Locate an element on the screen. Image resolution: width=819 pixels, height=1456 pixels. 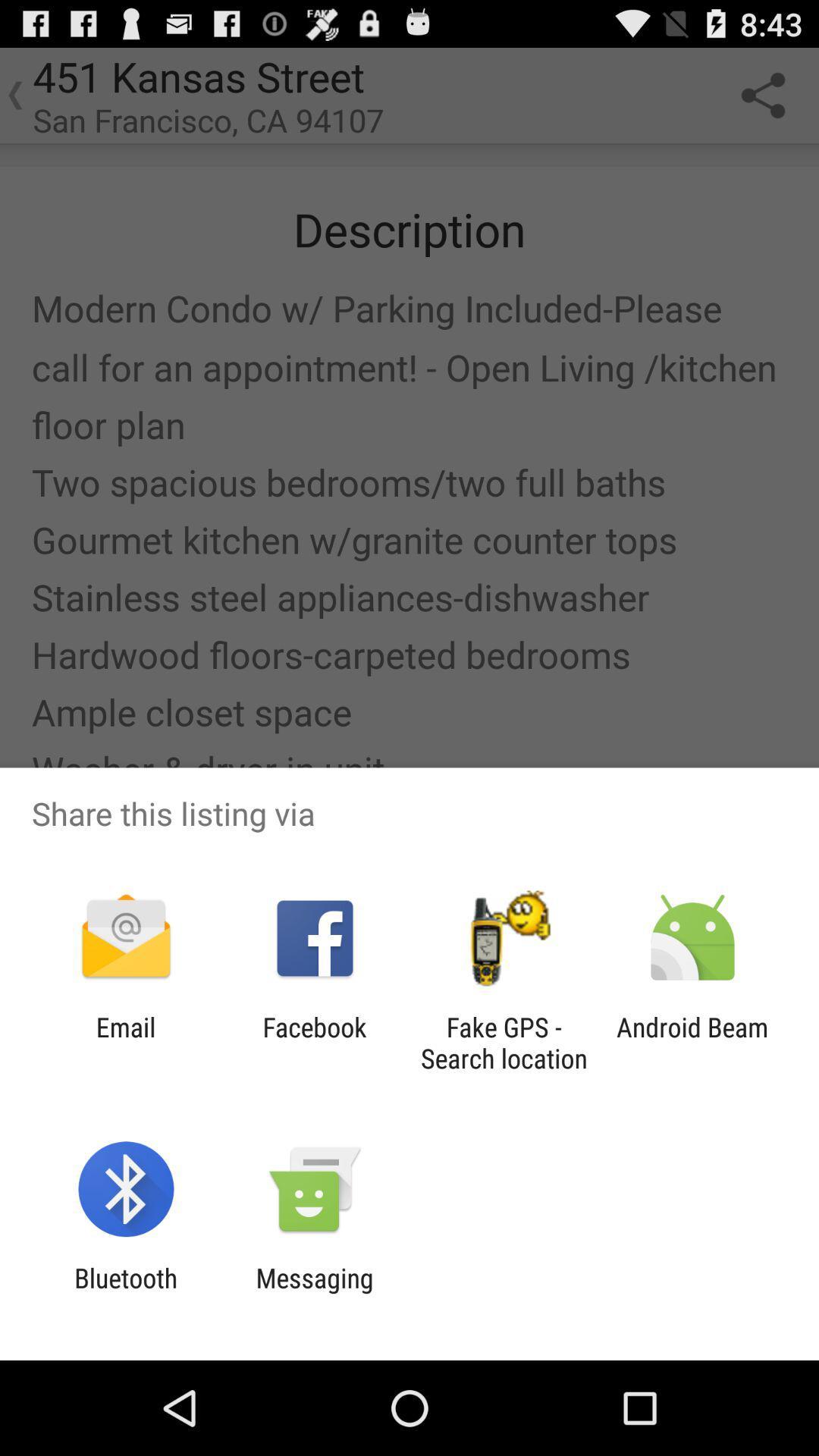
the item to the right of email icon is located at coordinates (314, 1042).